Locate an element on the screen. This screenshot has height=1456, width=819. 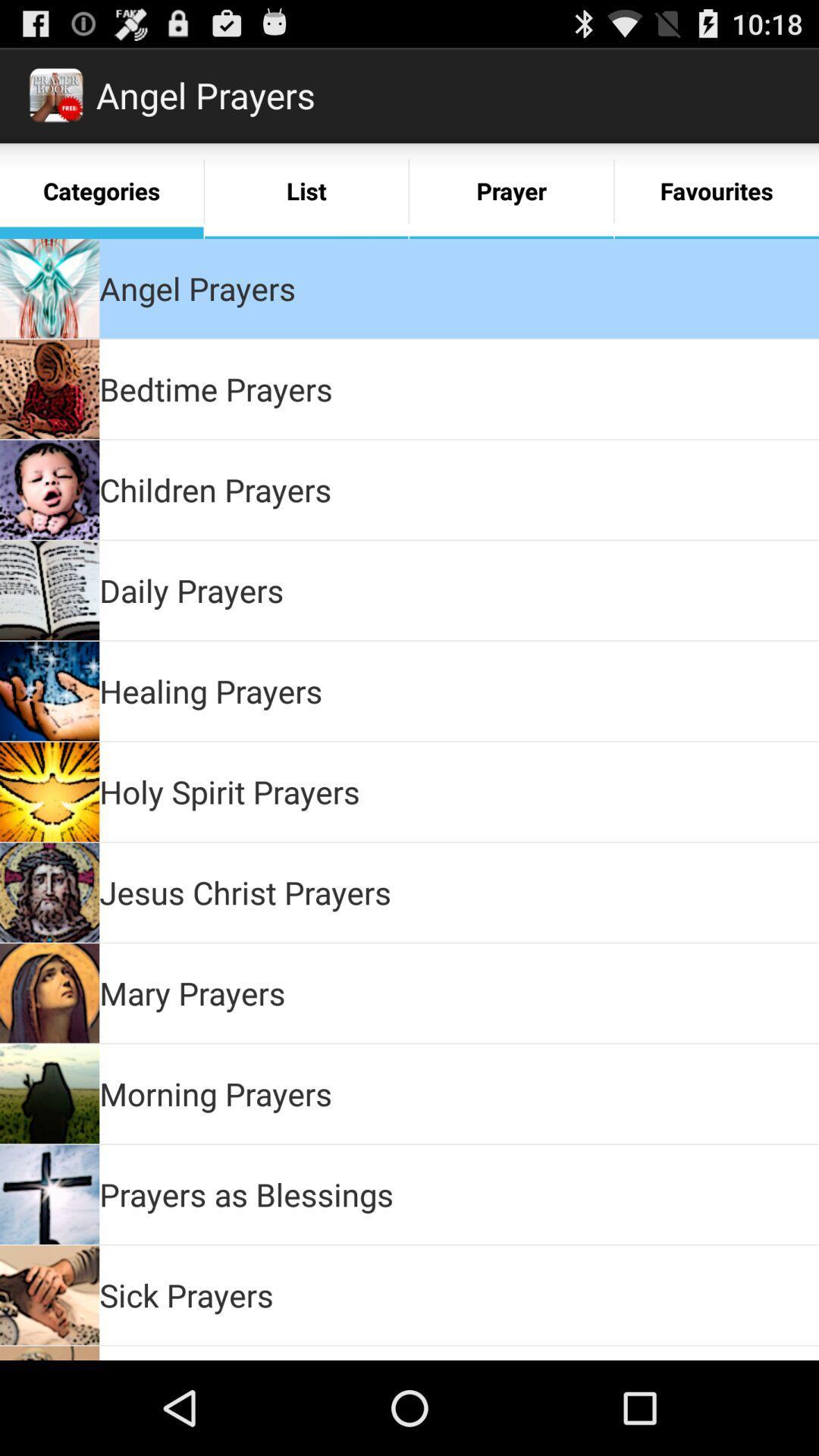
the children prayers icon is located at coordinates (215, 489).